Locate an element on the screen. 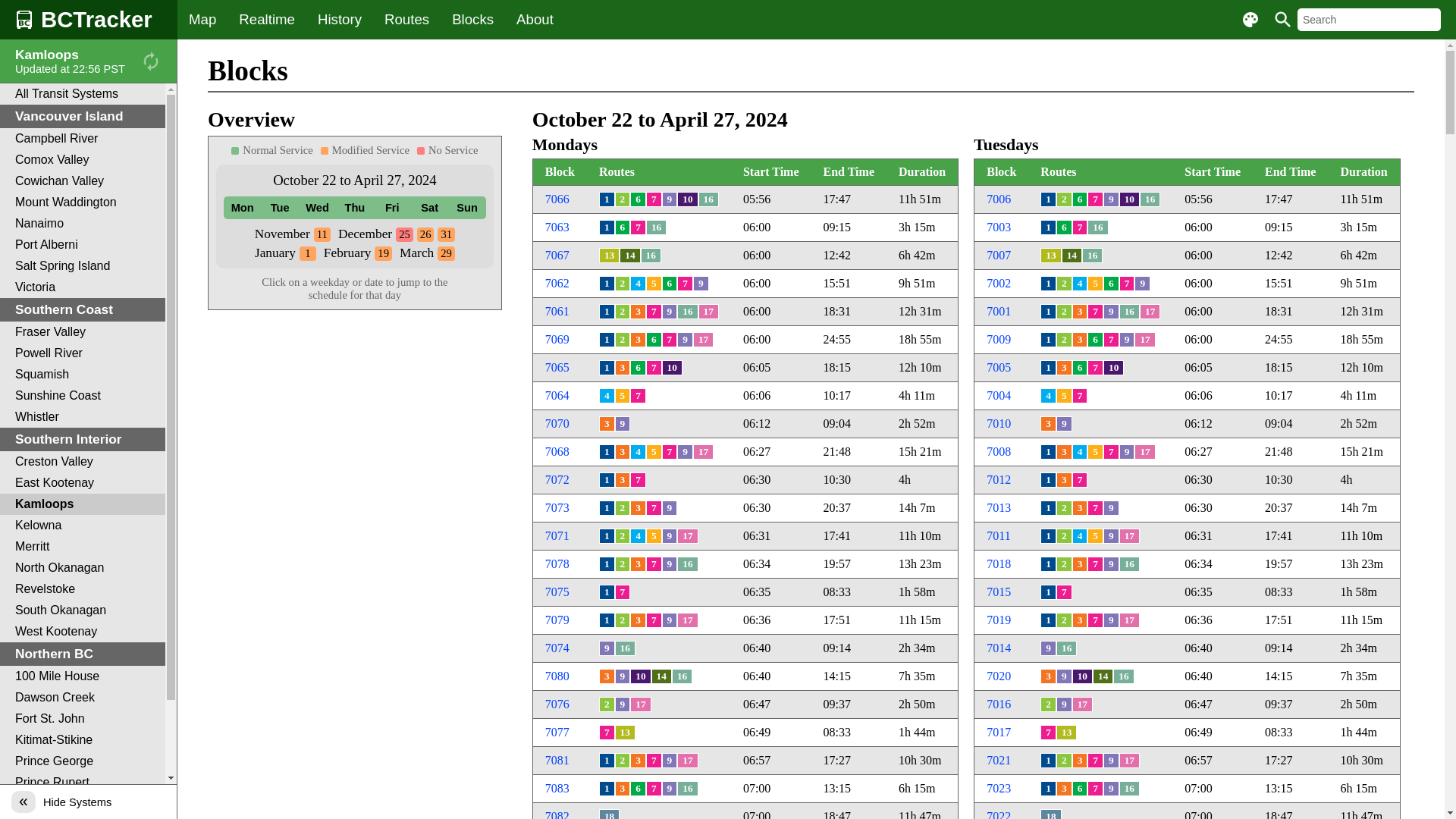 Image resolution: width=1456 pixels, height=819 pixels. '6' is located at coordinates (623, 227).